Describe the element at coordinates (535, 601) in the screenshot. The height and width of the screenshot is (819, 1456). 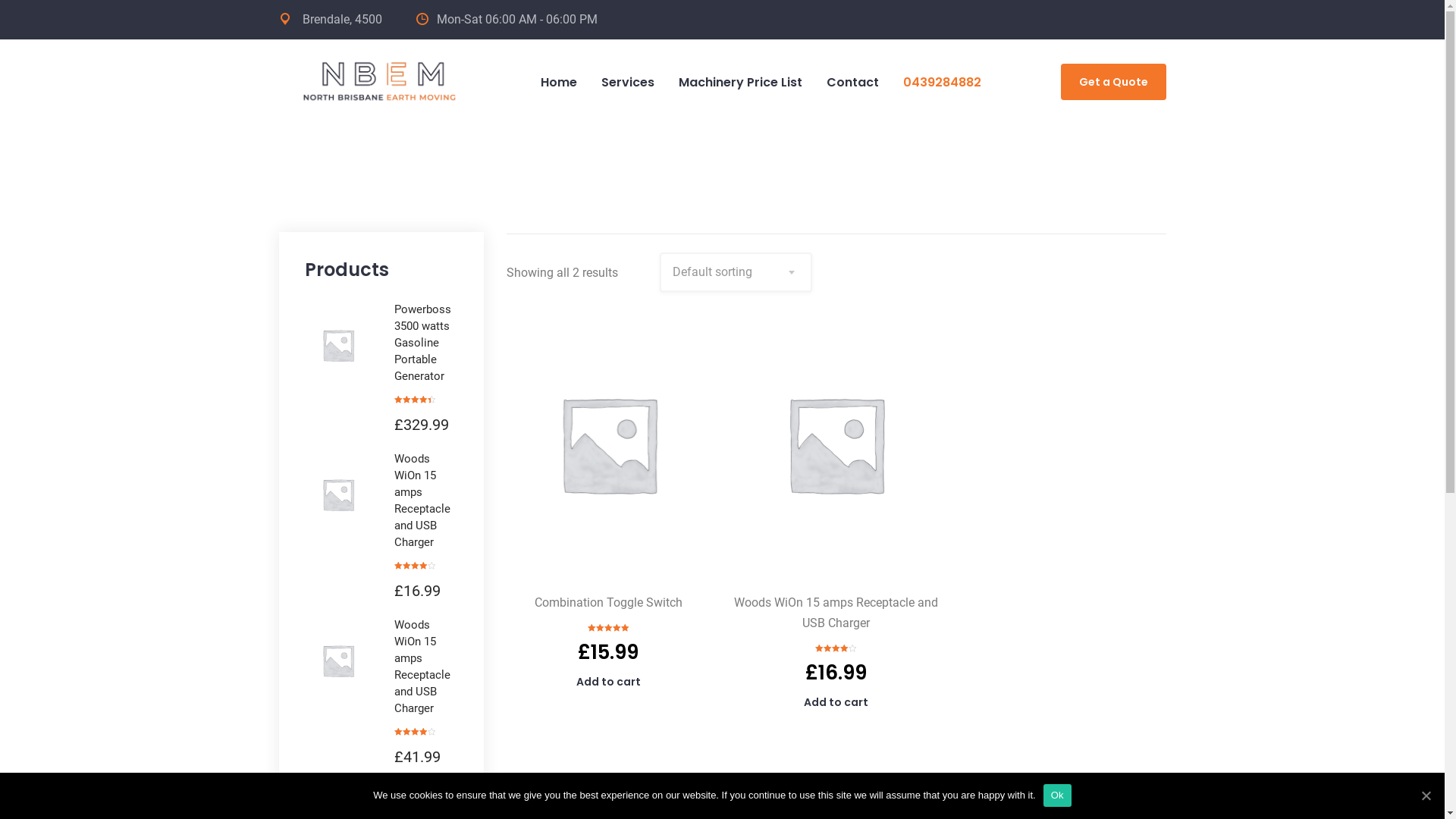
I see `'Combination Toggle Switch'` at that location.